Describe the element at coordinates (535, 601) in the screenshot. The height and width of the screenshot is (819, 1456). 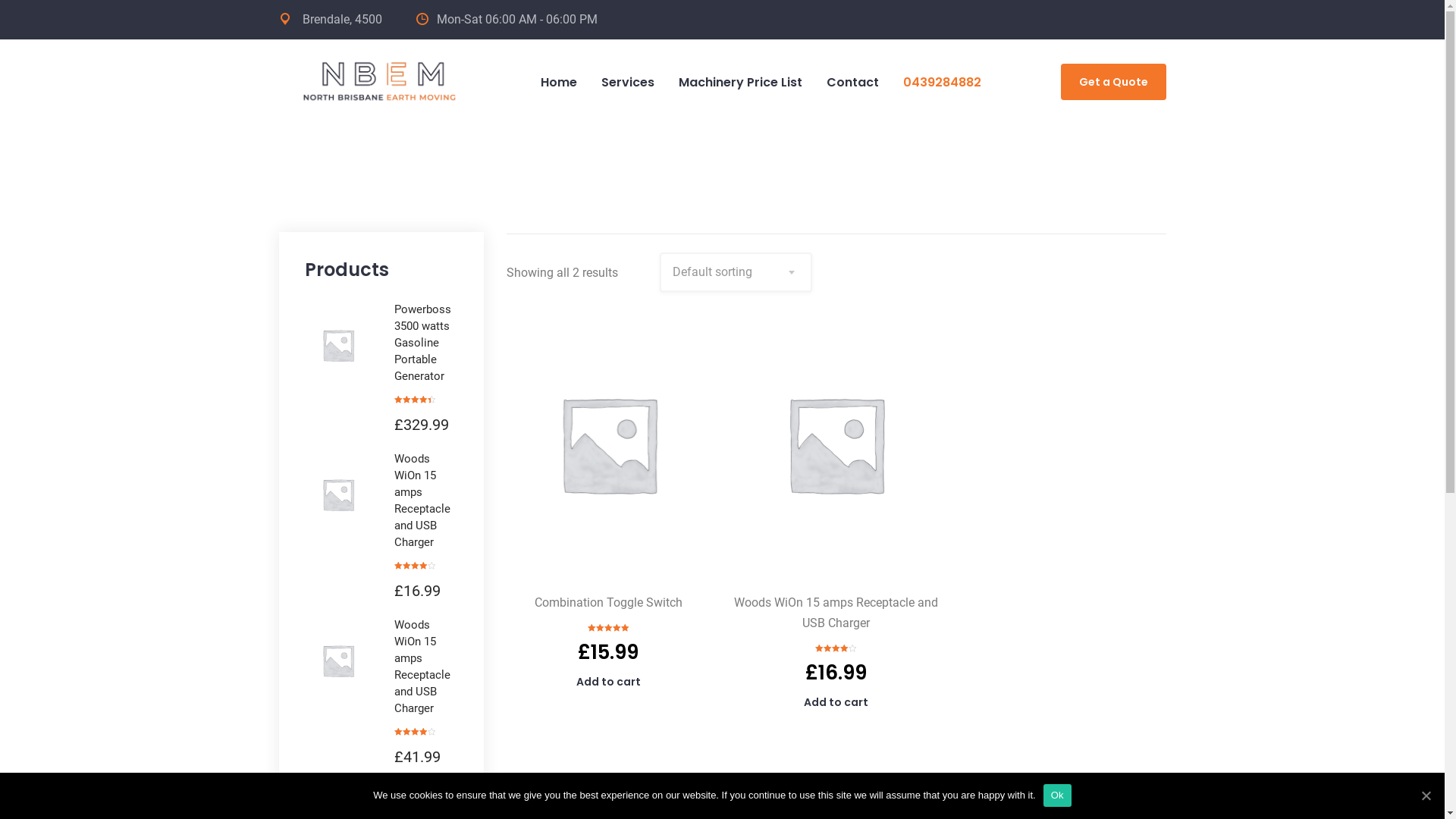
I see `'Combination Toggle Switch'` at that location.